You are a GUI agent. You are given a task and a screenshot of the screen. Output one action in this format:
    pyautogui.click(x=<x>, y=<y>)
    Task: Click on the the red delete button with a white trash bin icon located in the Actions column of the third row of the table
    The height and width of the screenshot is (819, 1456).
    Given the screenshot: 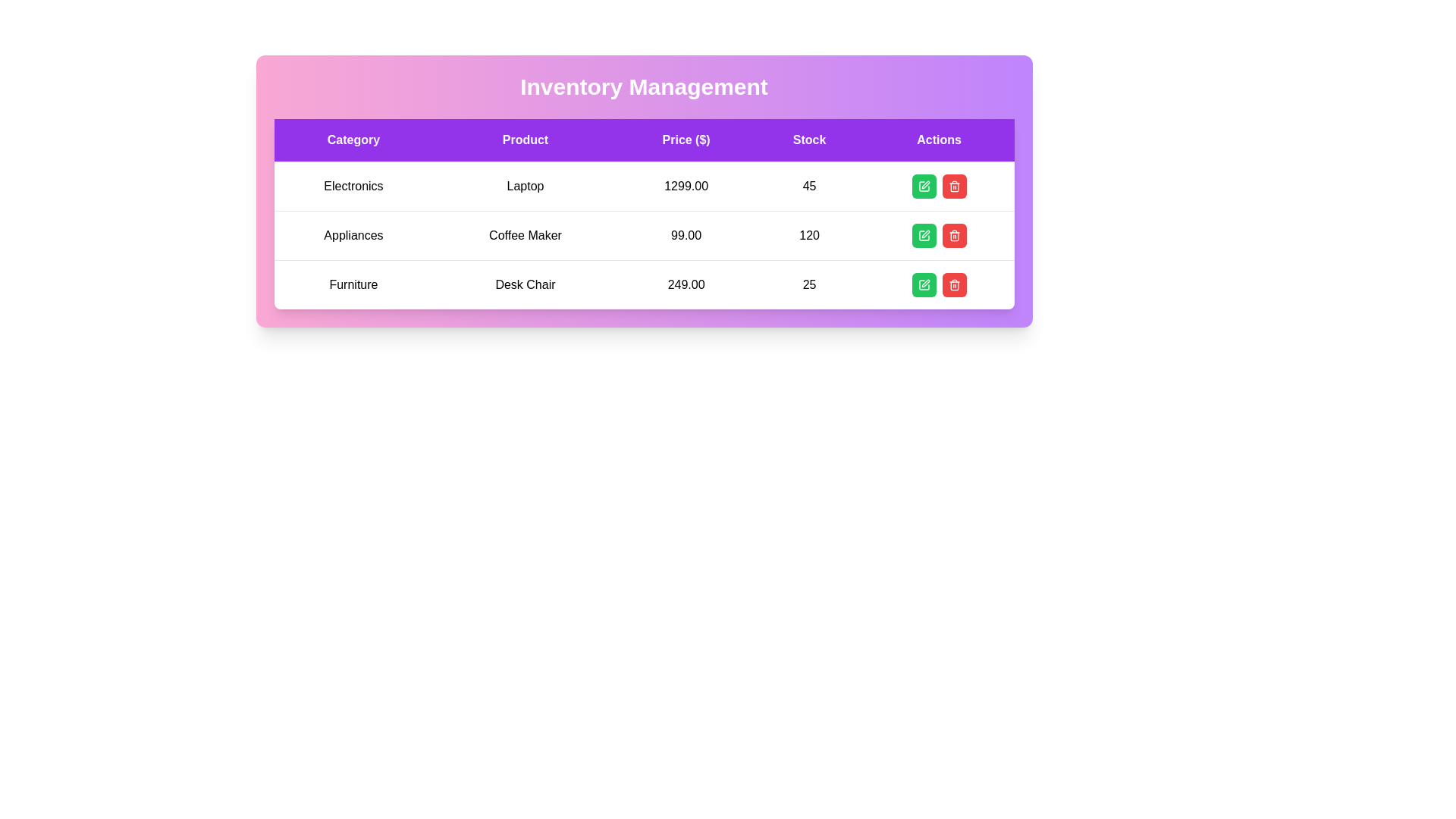 What is the action you would take?
    pyautogui.click(x=953, y=284)
    